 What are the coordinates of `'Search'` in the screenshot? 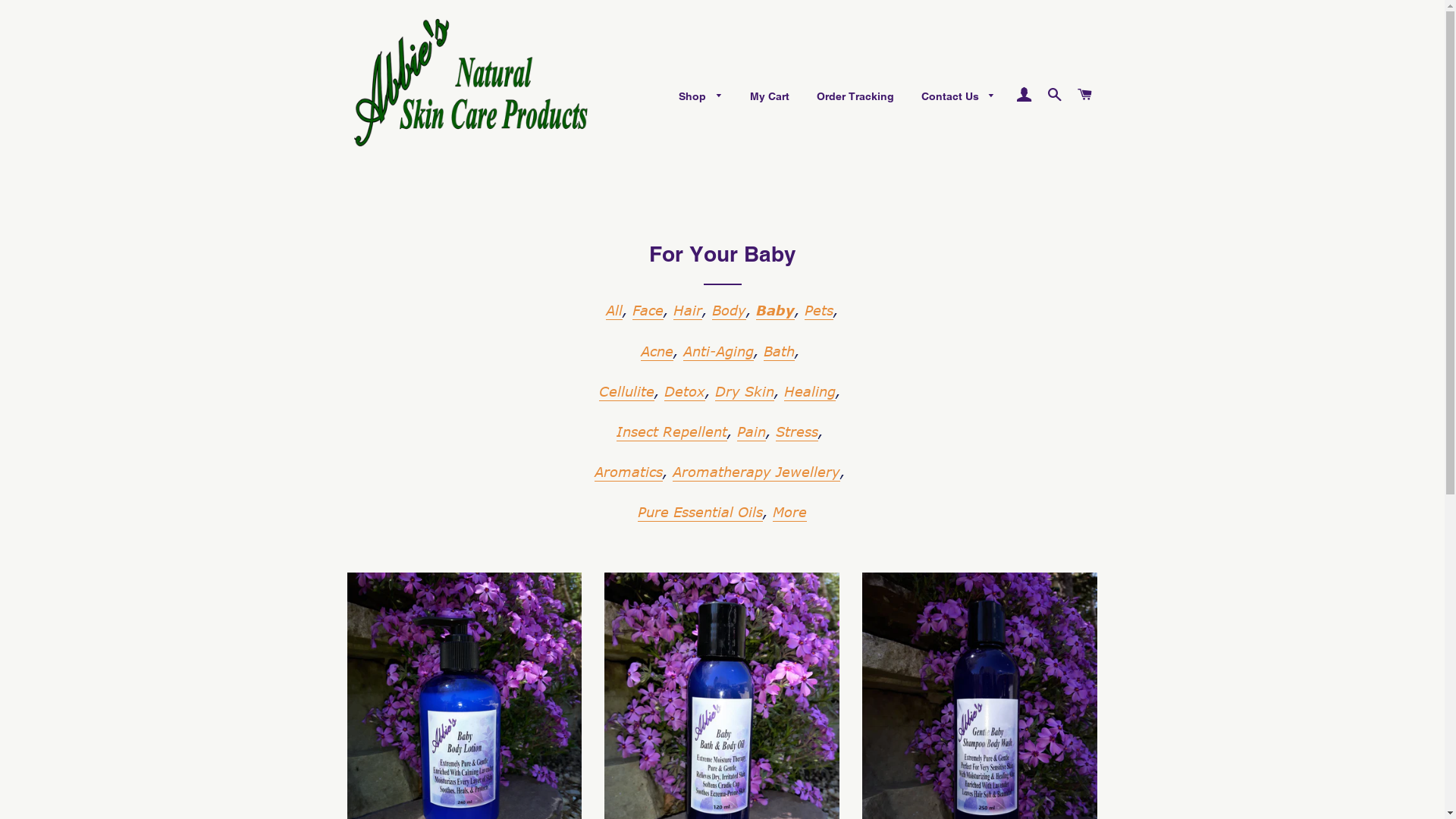 It's located at (1053, 94).